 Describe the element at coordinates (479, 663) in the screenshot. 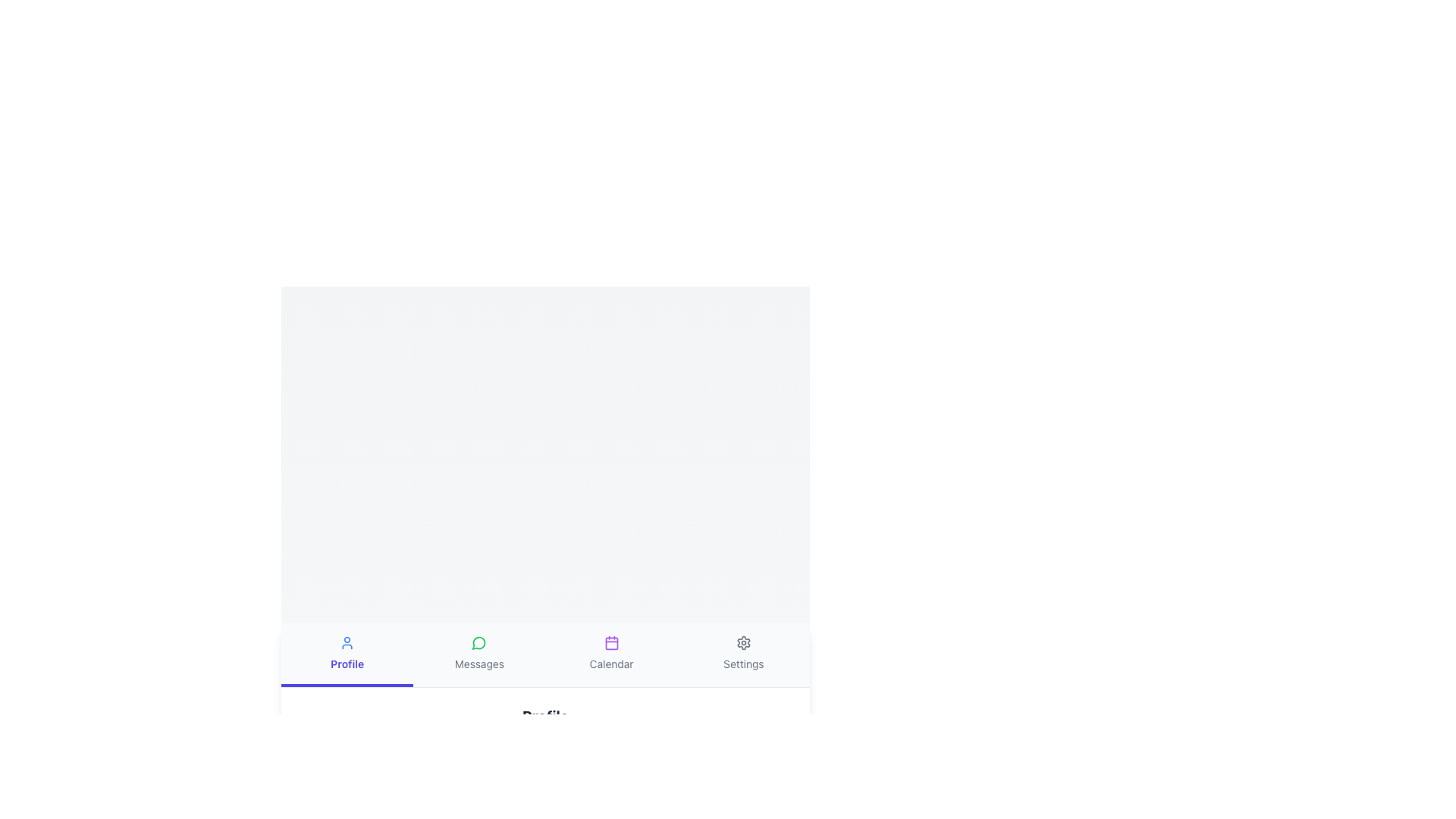

I see `the 'Messages' text label in the bottom navigation bar, which provides context for the message icon` at that location.